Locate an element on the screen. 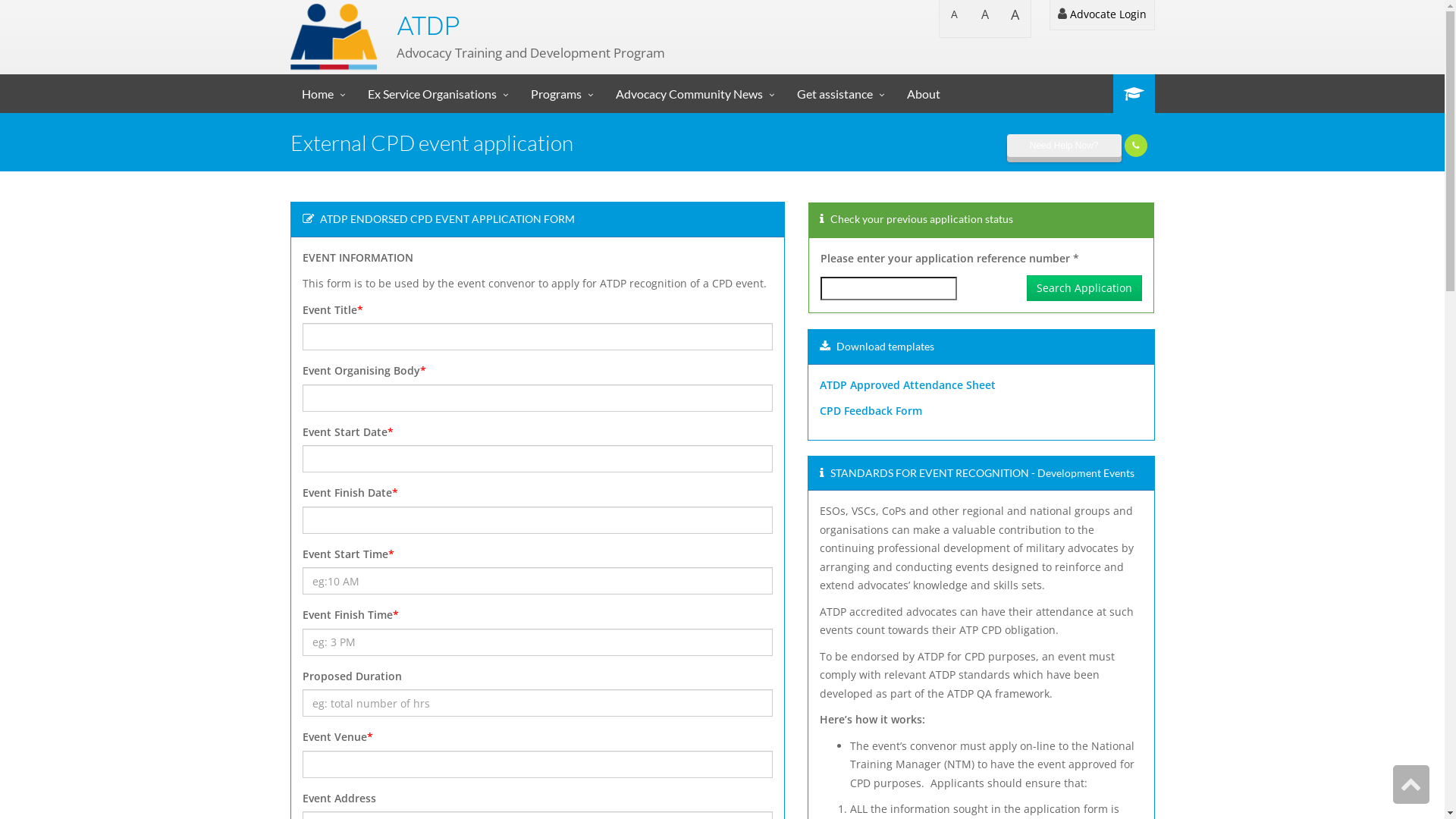 This screenshot has height=819, width=1456. 'A' is located at coordinates (952, 18).